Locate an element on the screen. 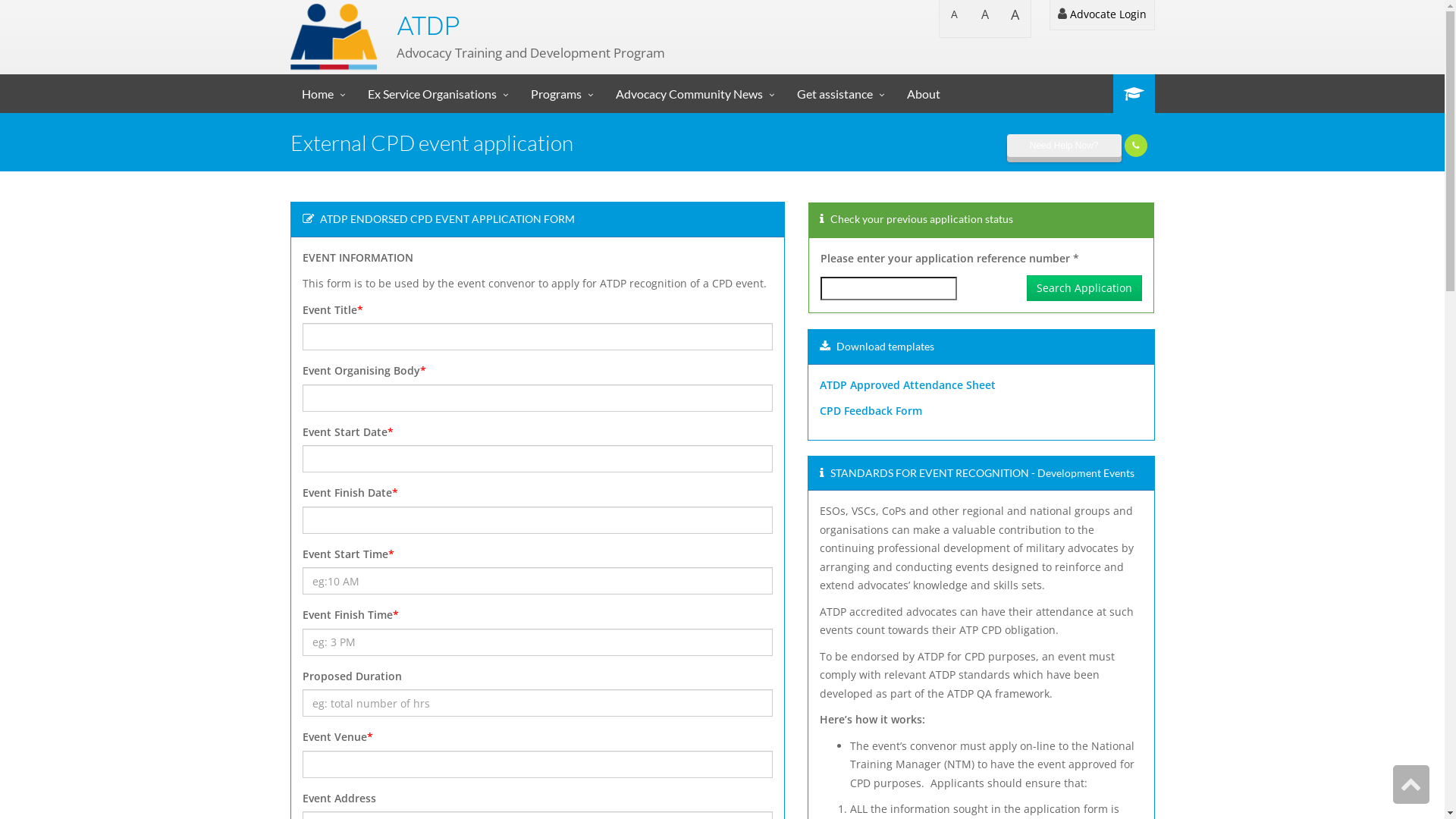 This screenshot has height=819, width=1456. 'A' is located at coordinates (952, 18).